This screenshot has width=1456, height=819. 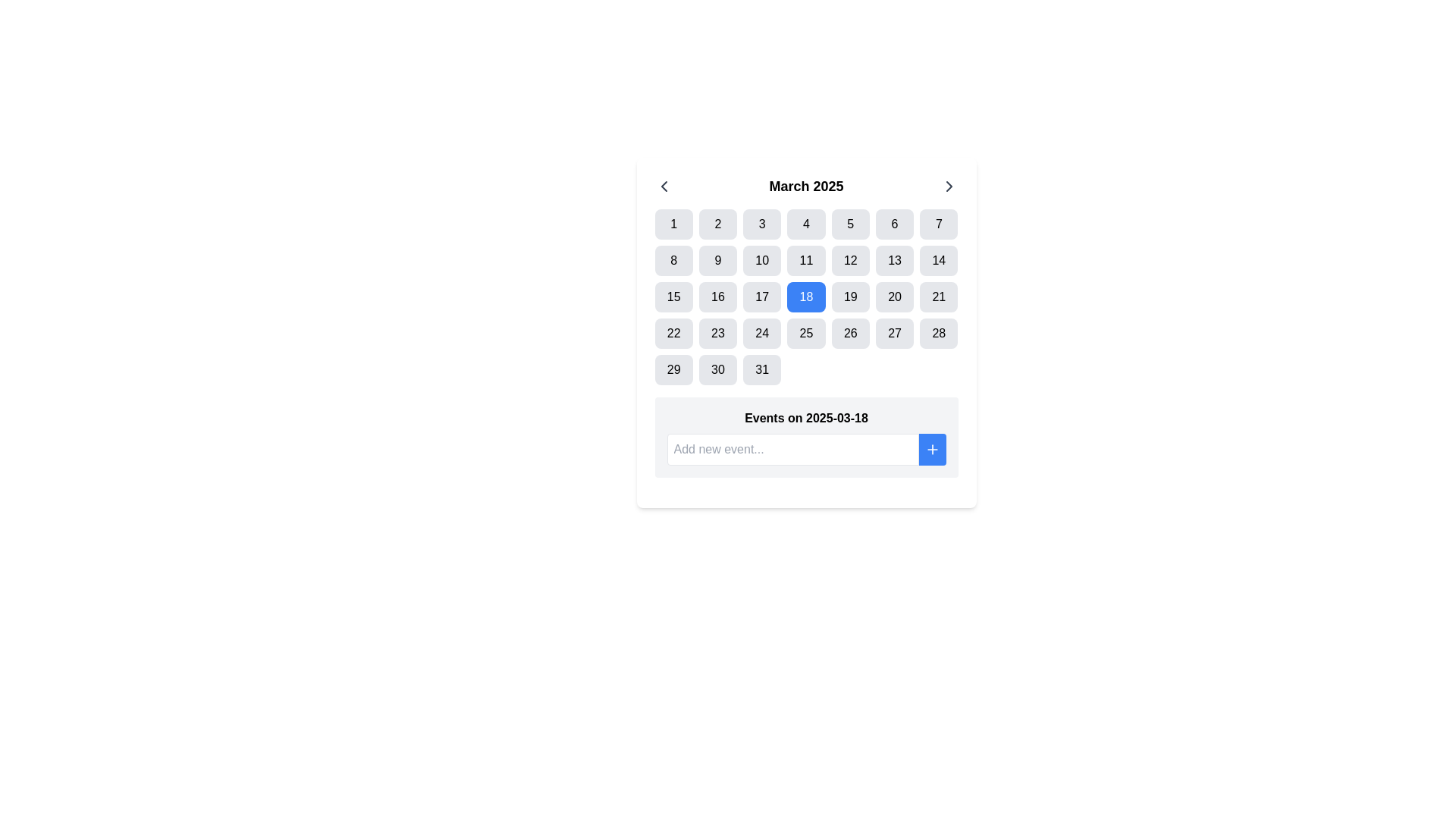 I want to click on the rectangular button with rounded corners labeled '15', so click(x=673, y=297).